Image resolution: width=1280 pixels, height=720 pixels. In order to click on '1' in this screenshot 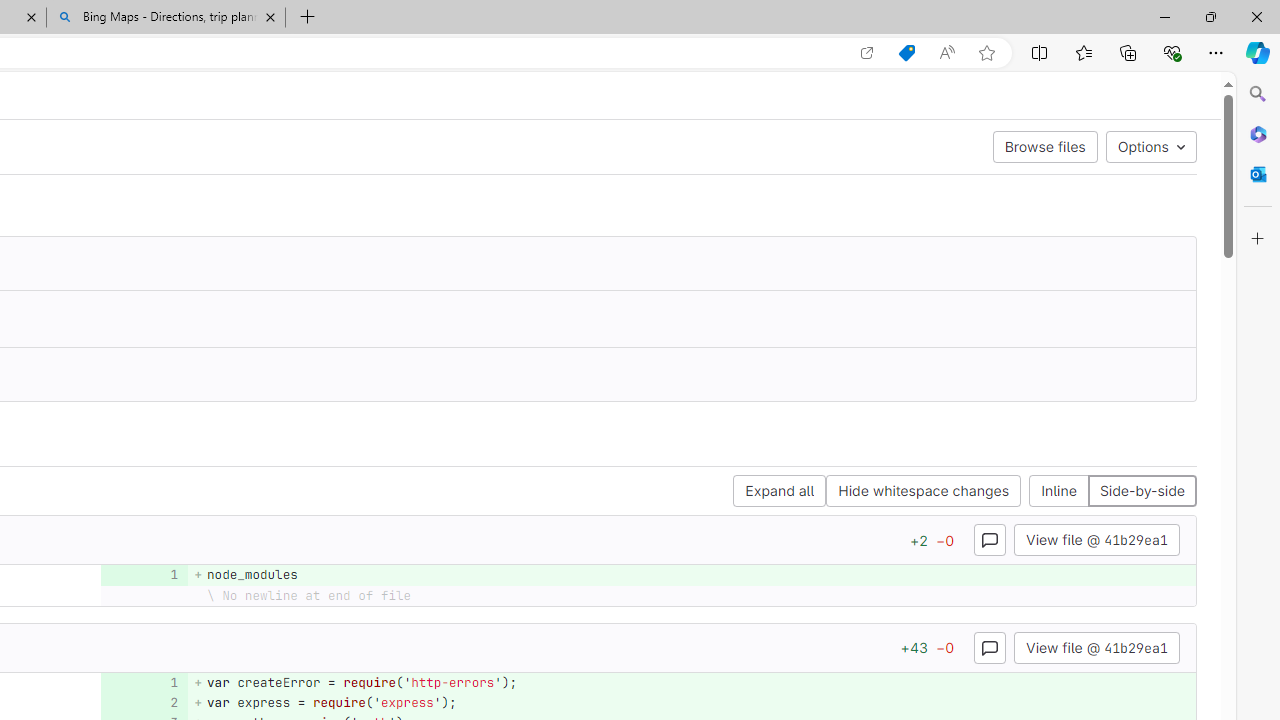, I will do `click(141, 681)`.